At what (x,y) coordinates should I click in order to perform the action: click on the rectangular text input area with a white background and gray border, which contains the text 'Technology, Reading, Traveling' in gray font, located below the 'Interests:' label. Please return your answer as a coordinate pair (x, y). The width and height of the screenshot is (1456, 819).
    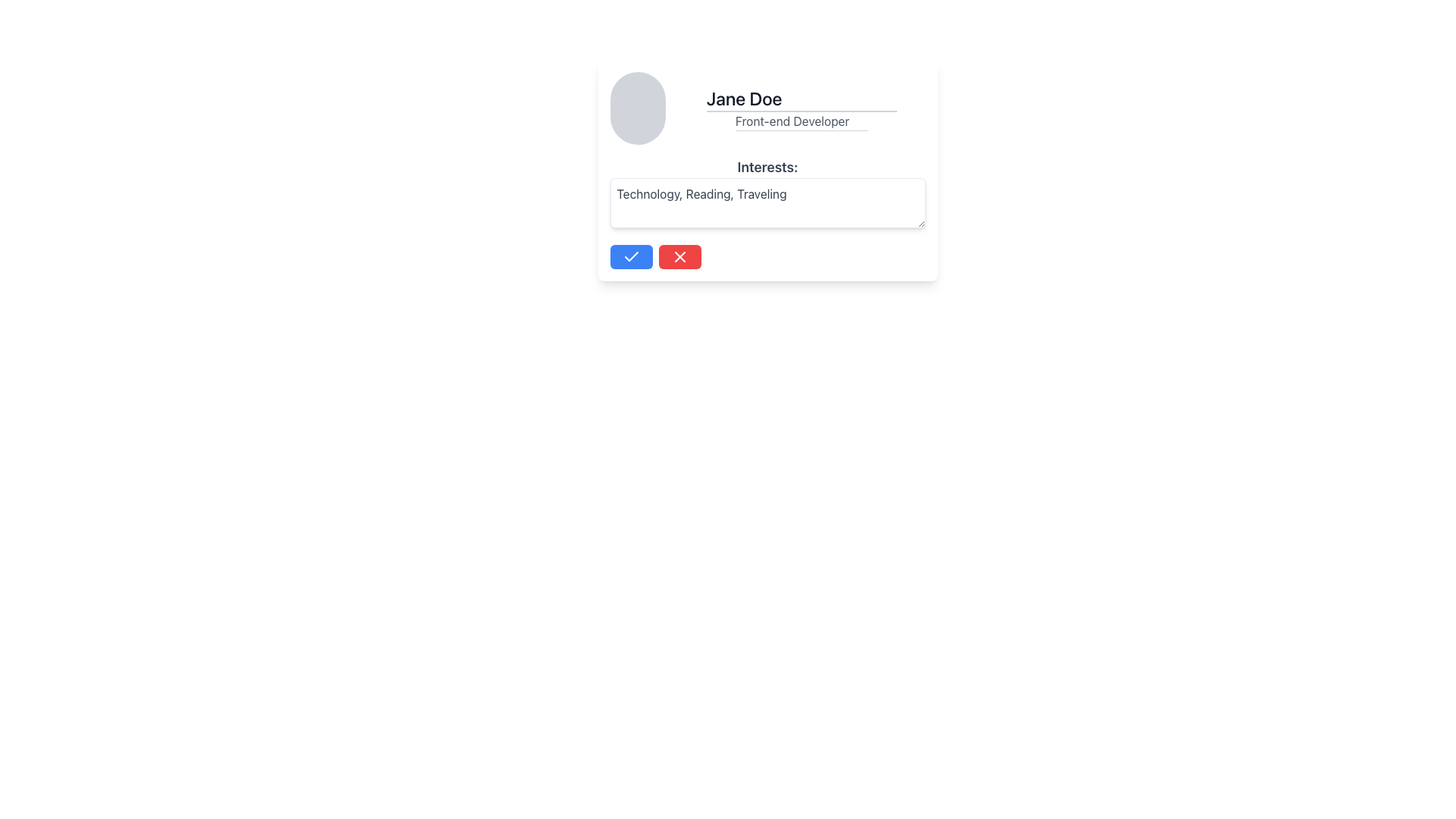
    Looking at the image, I should click on (767, 202).